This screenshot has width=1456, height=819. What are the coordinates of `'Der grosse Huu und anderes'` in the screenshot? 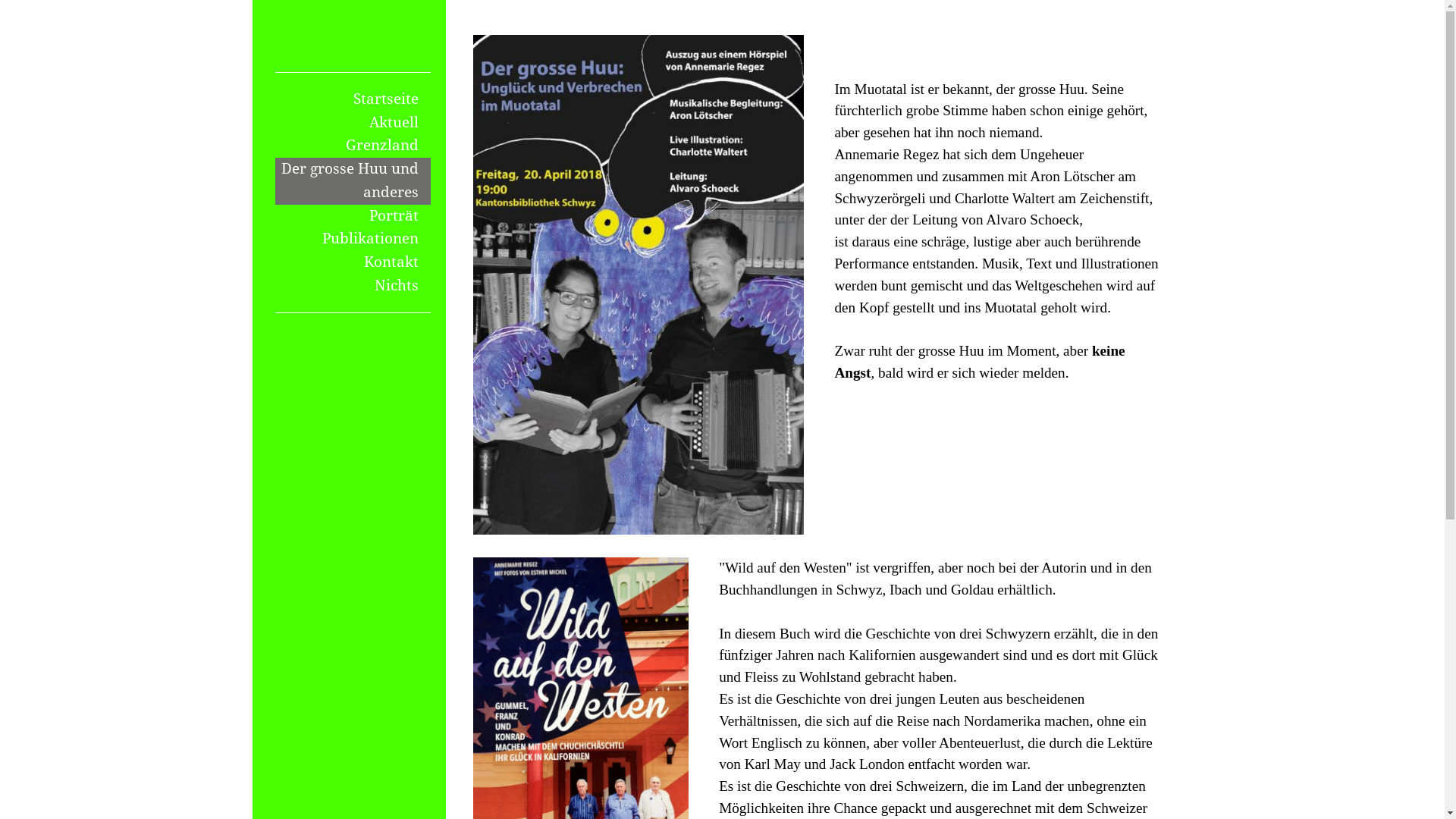 It's located at (352, 180).